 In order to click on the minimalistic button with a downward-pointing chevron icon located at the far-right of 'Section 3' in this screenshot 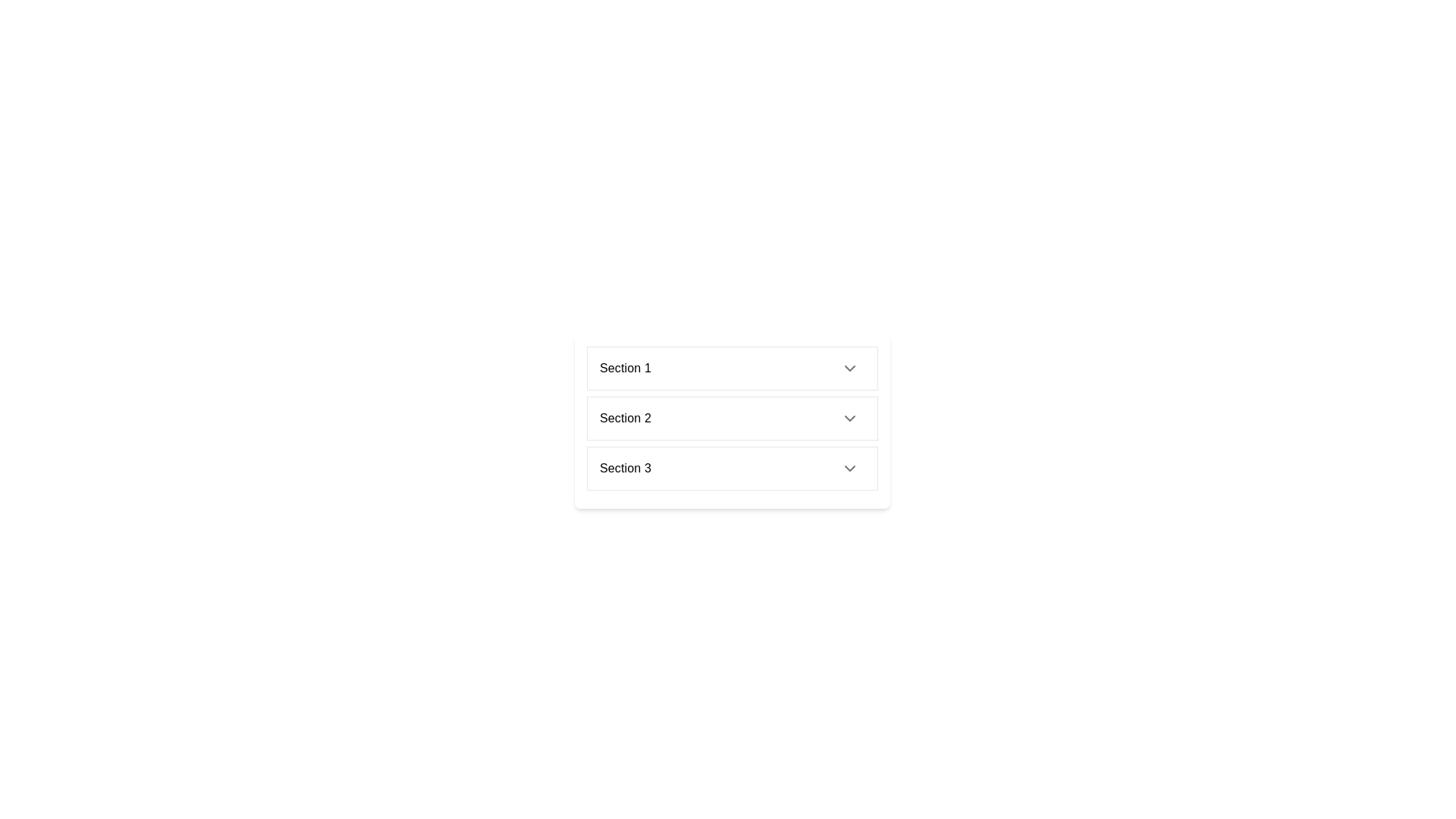, I will do `click(850, 467)`.